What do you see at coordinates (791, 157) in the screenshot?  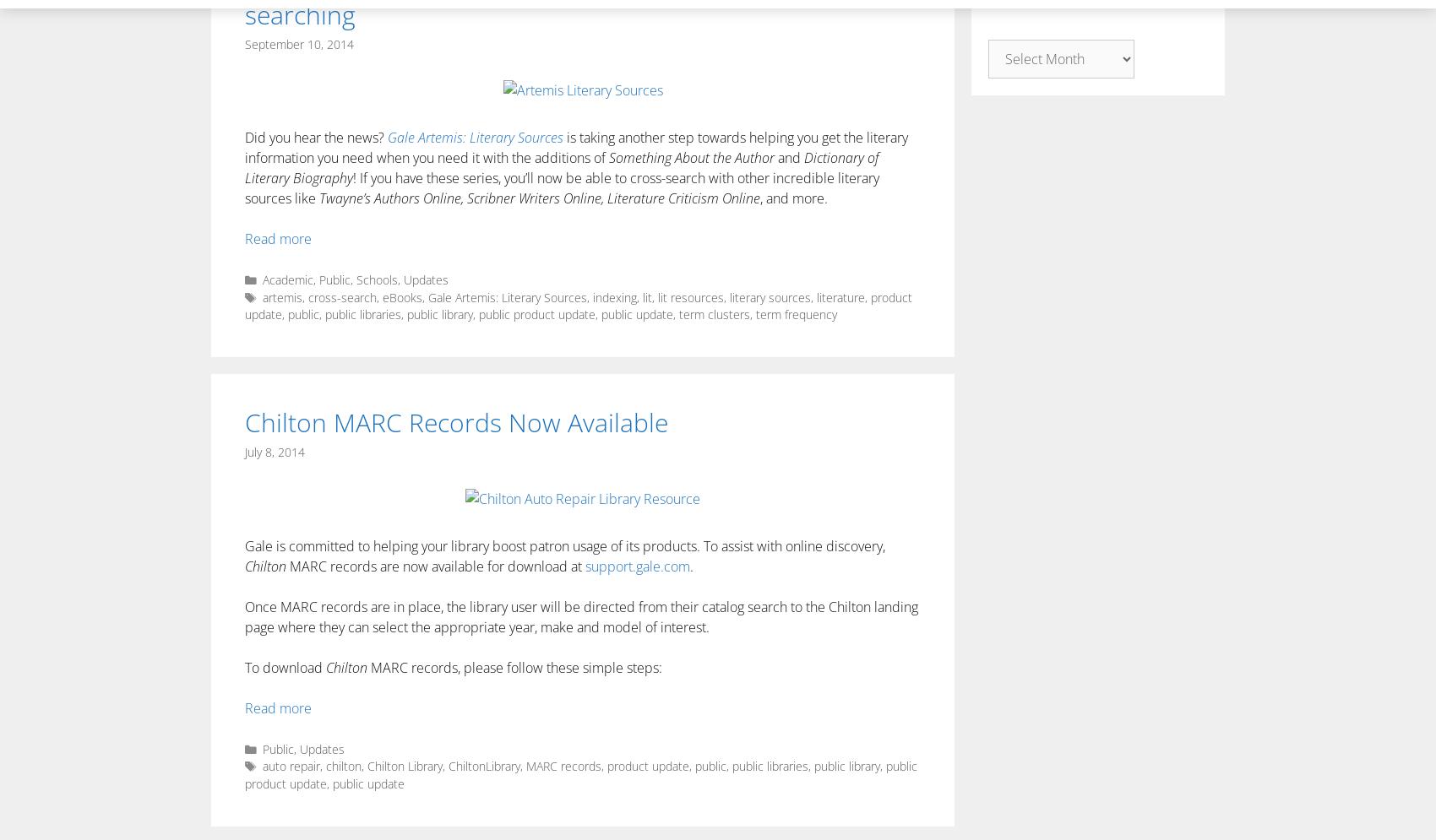 I see `'and'` at bounding box center [791, 157].